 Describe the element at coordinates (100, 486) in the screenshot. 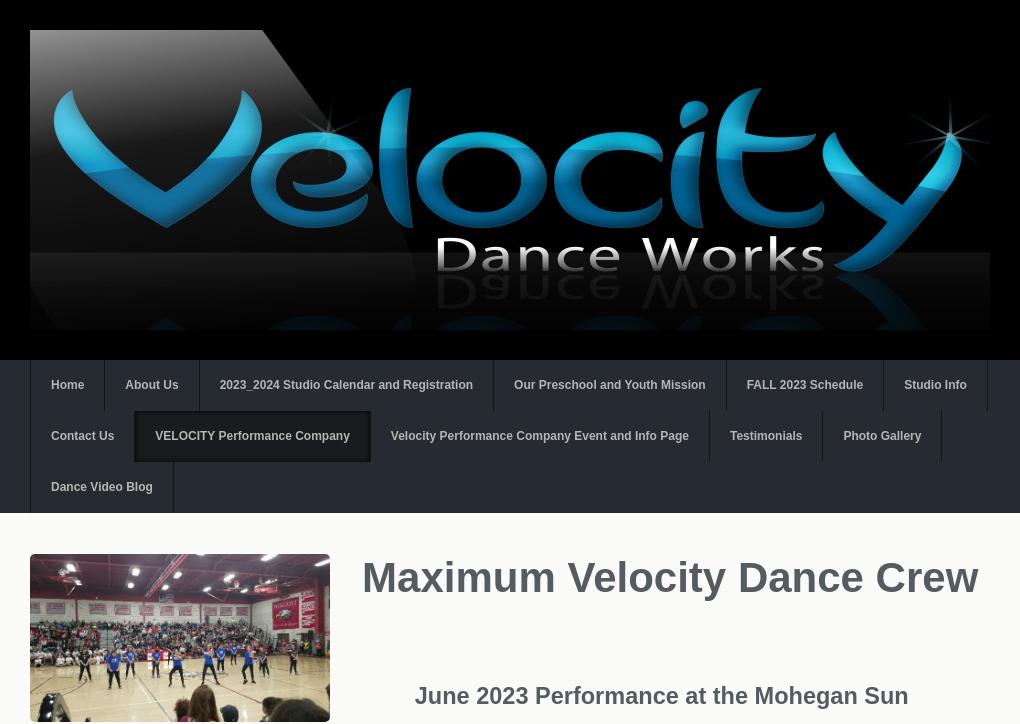

I see `'Dance Video Blog'` at that location.